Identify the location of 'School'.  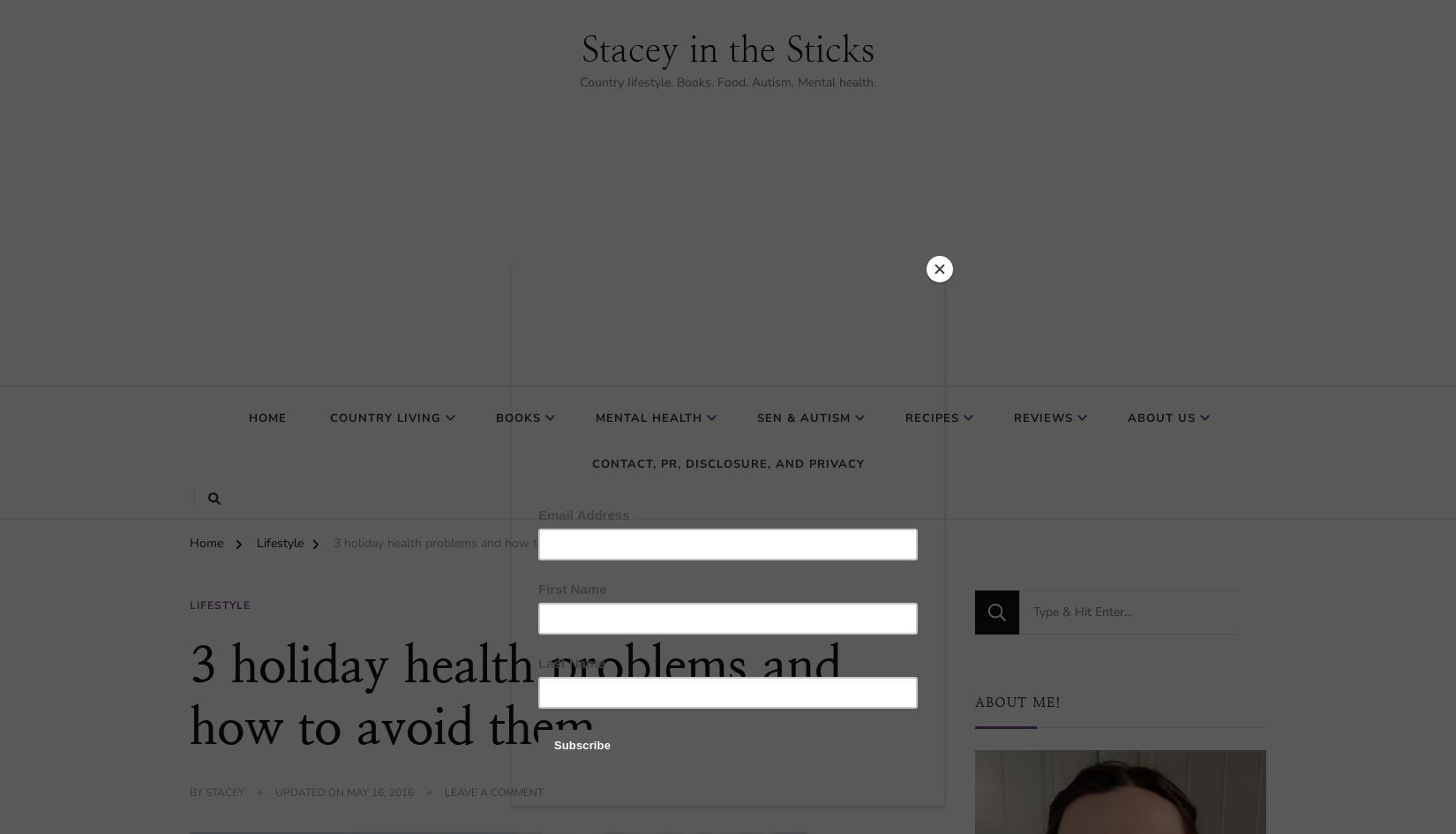
(786, 557).